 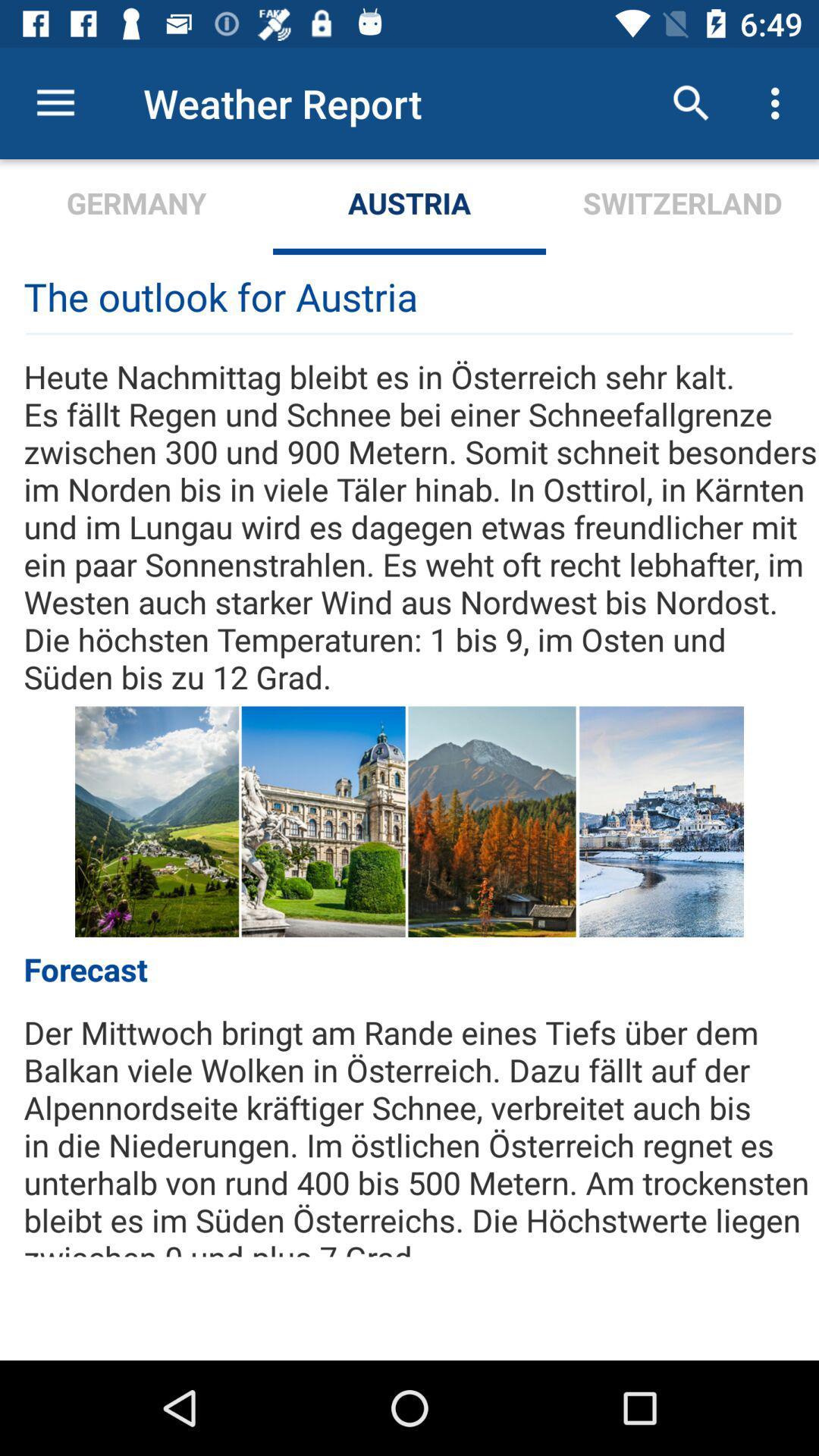 I want to click on germany, so click(x=136, y=206).